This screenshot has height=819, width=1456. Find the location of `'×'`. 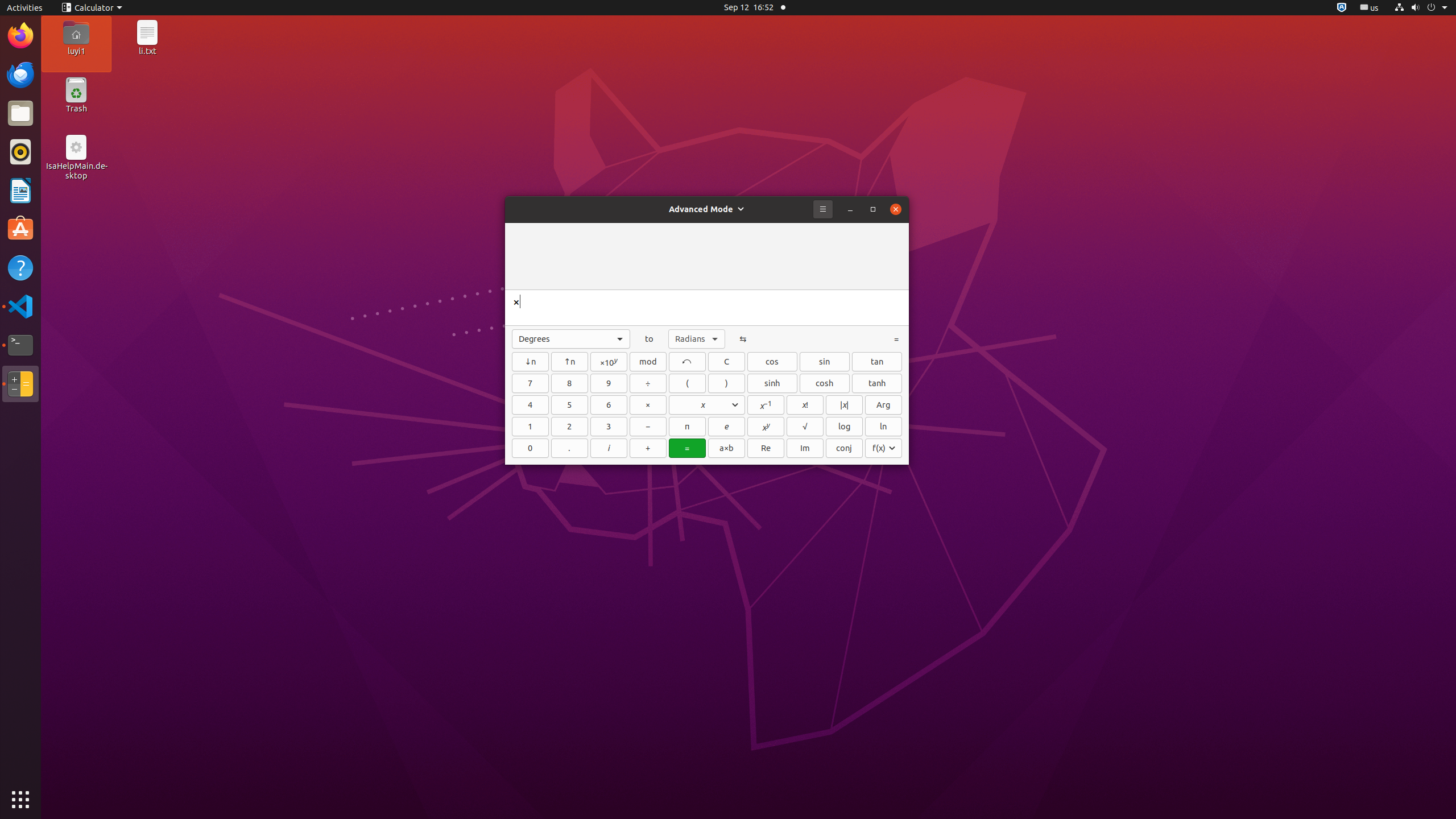

'×' is located at coordinates (647, 404).